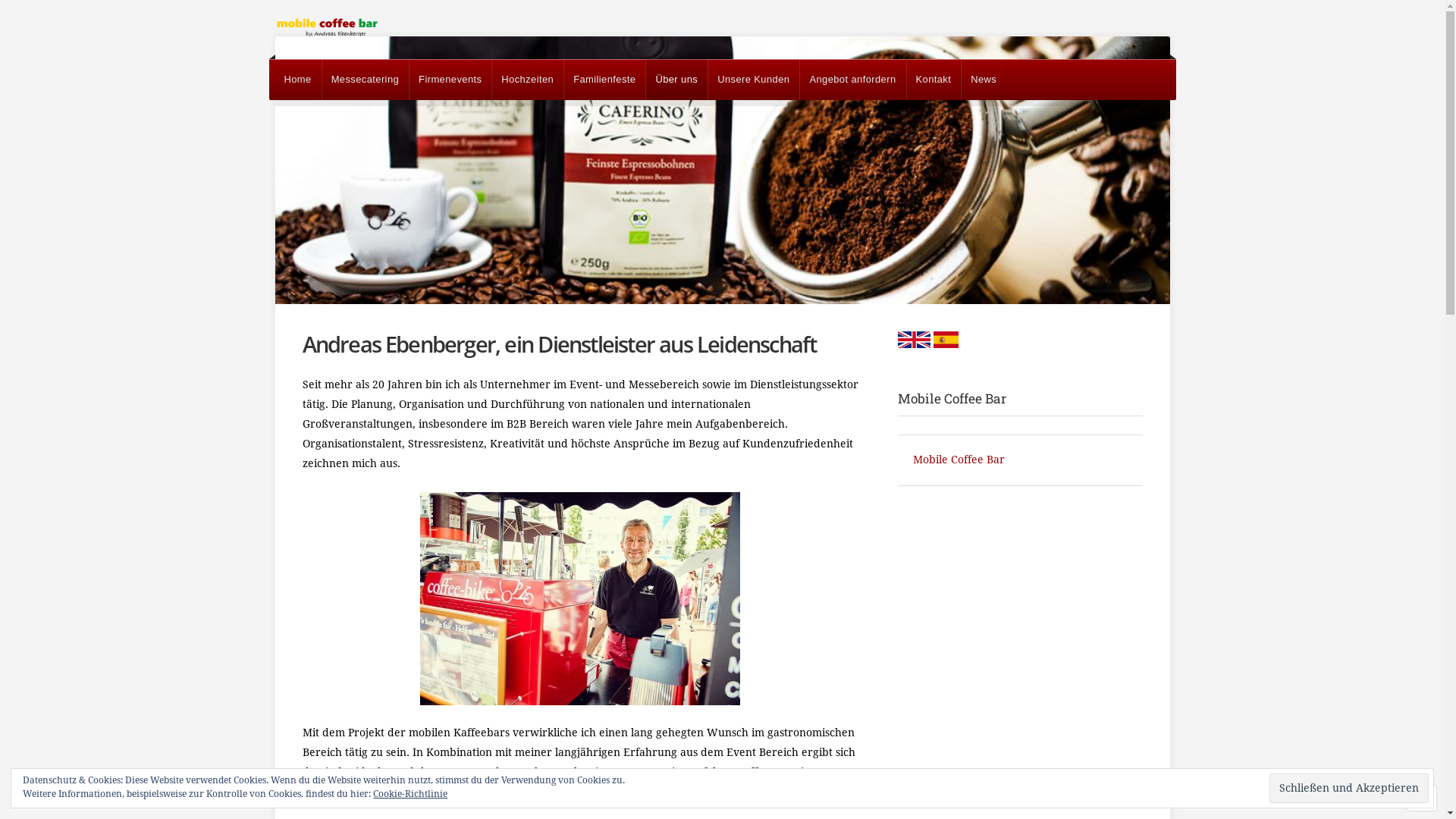 The height and width of the screenshot is (819, 1456). What do you see at coordinates (297, 79) in the screenshot?
I see `'Home'` at bounding box center [297, 79].